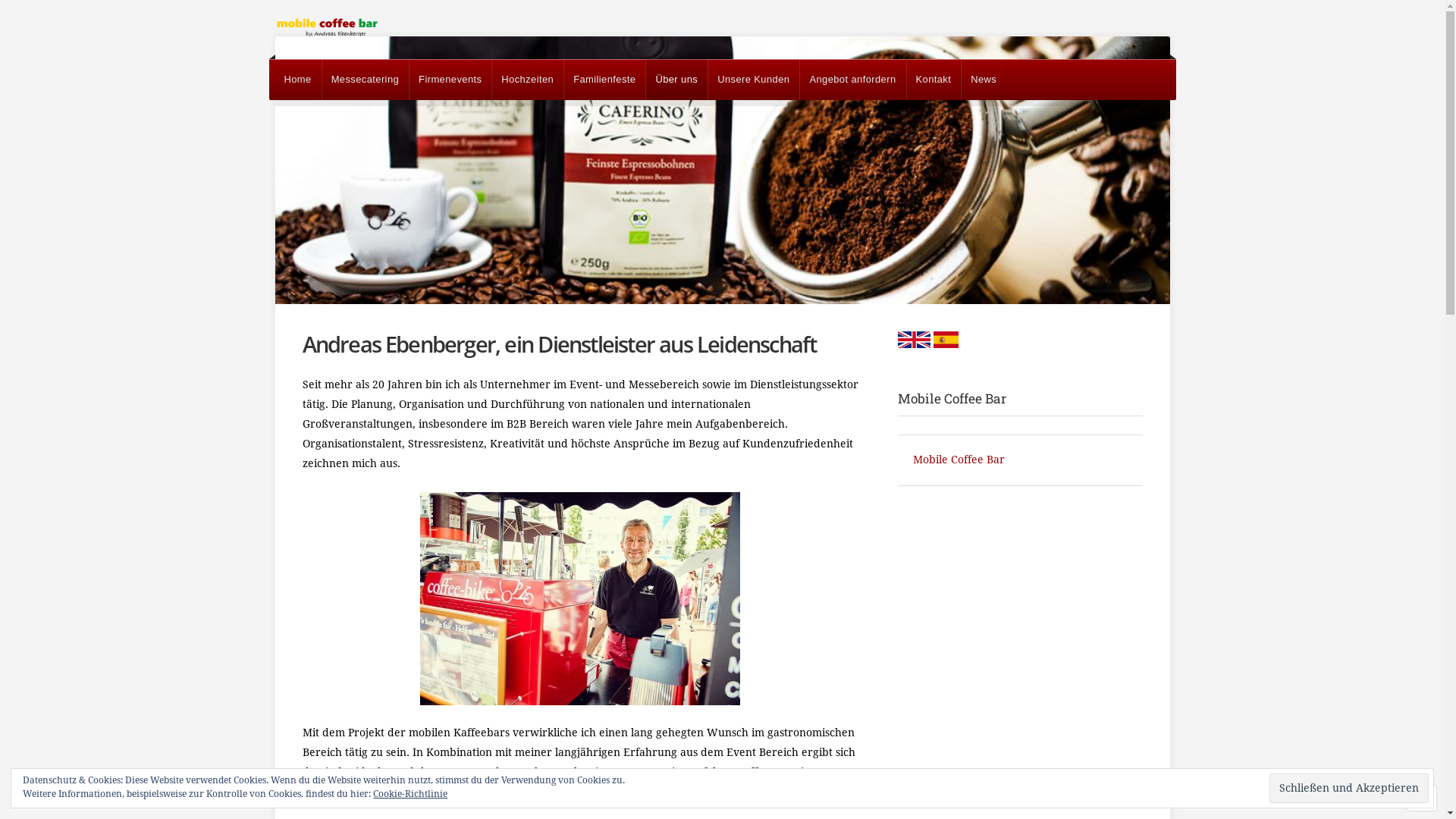 The height and width of the screenshot is (819, 1456). What do you see at coordinates (297, 79) in the screenshot?
I see `'Home'` at bounding box center [297, 79].